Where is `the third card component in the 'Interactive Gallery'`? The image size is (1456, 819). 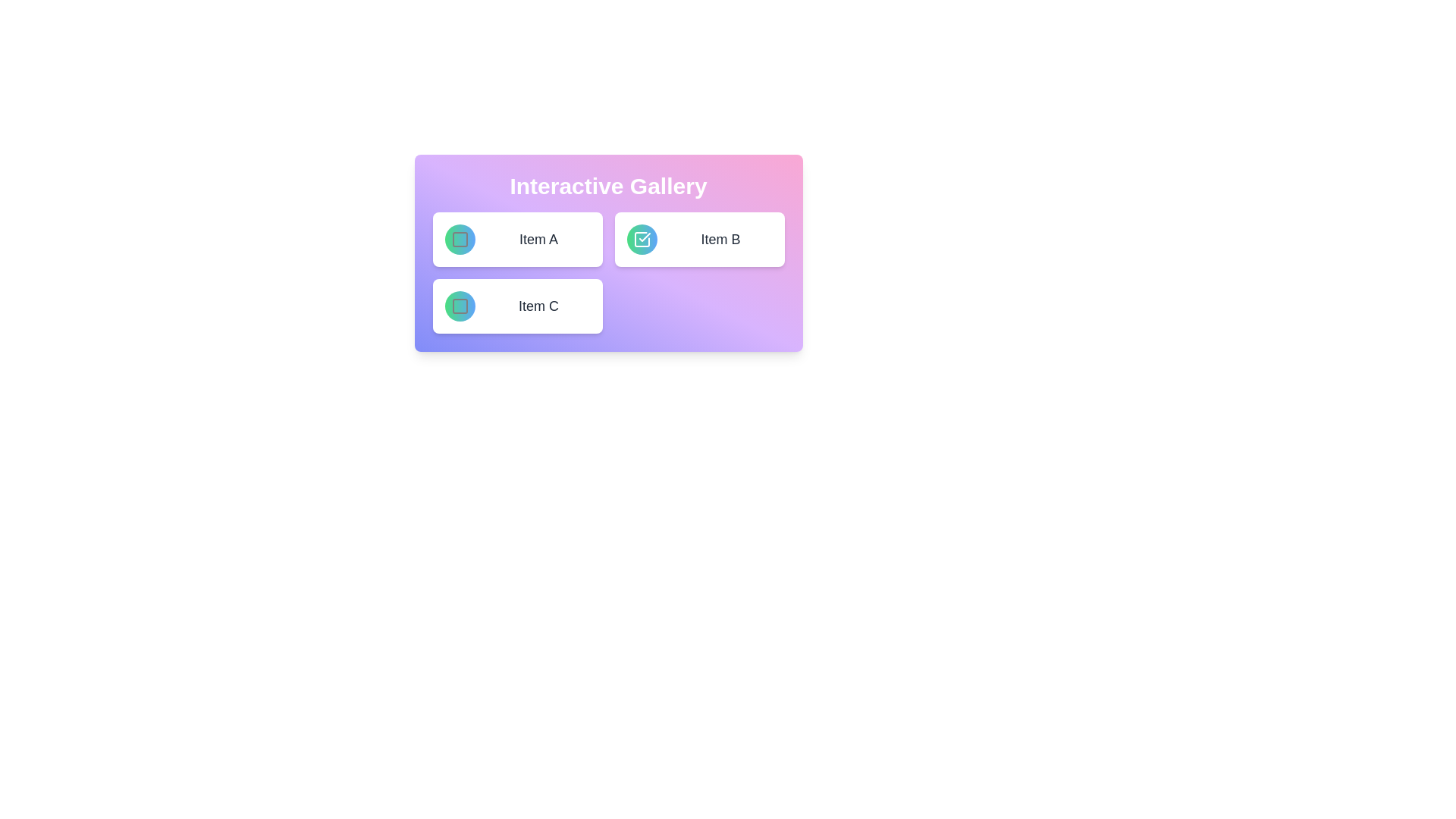 the third card component in the 'Interactive Gallery' is located at coordinates (517, 306).